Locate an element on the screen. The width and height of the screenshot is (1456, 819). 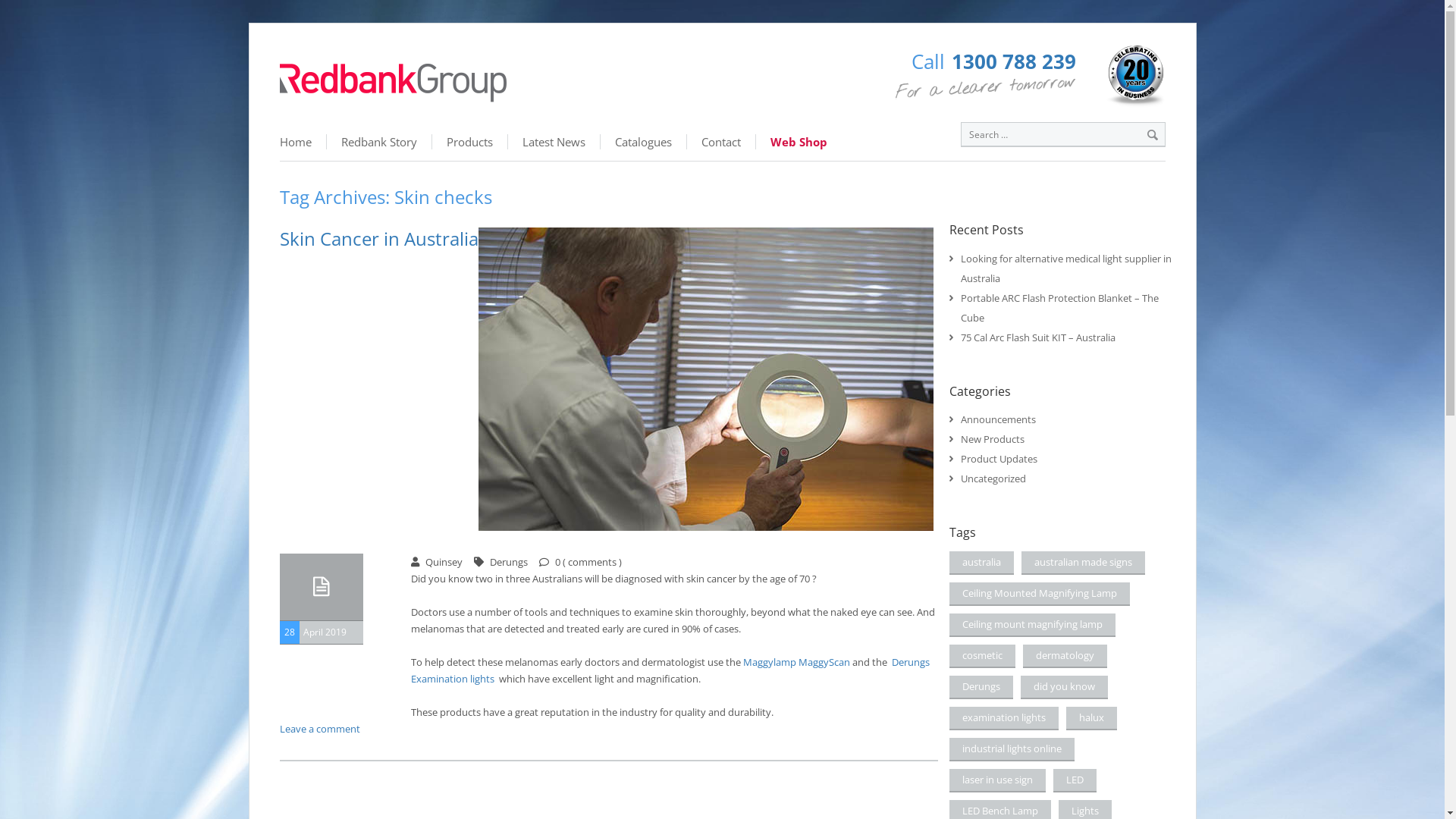
'examination lights' is located at coordinates (1004, 717).